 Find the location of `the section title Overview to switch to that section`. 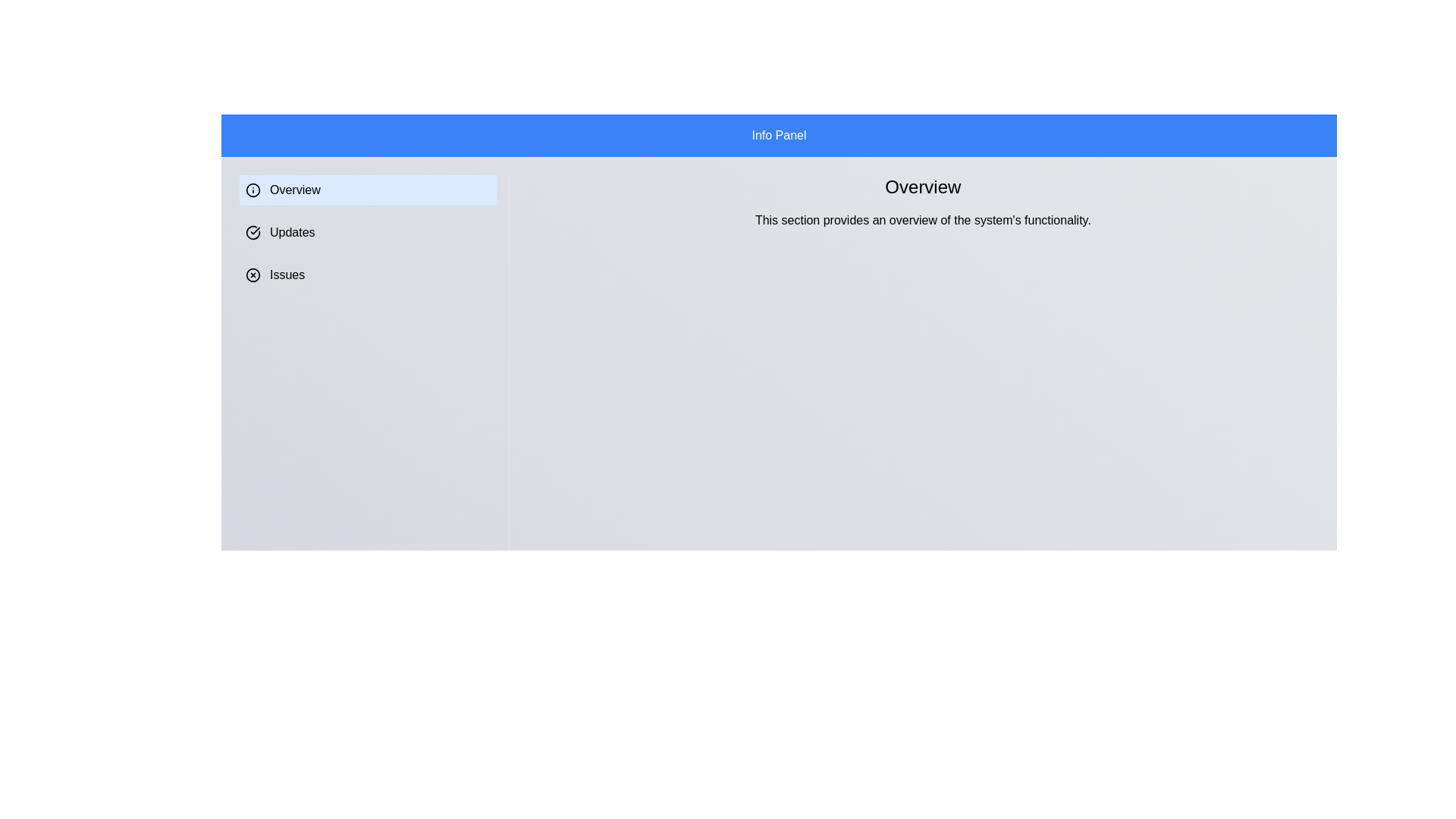

the section title Overview to switch to that section is located at coordinates (367, 189).